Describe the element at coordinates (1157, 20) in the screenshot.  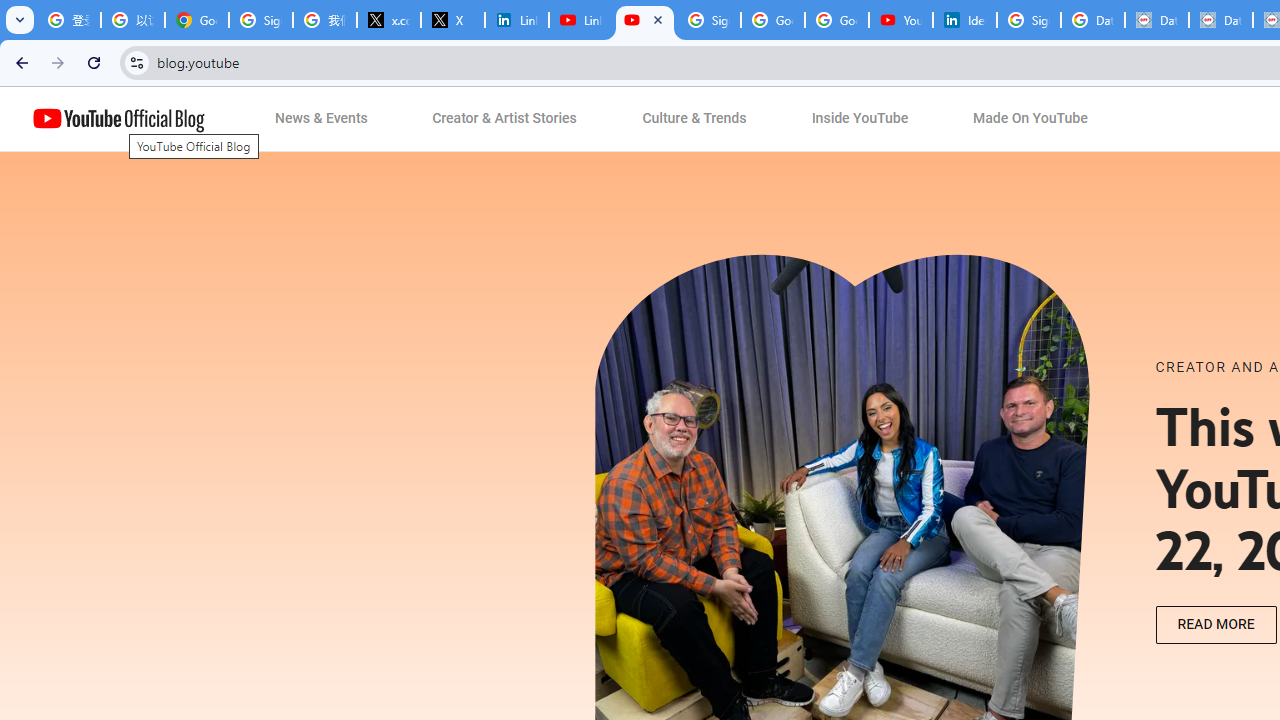
I see `'Data Privacy Framework'` at that location.